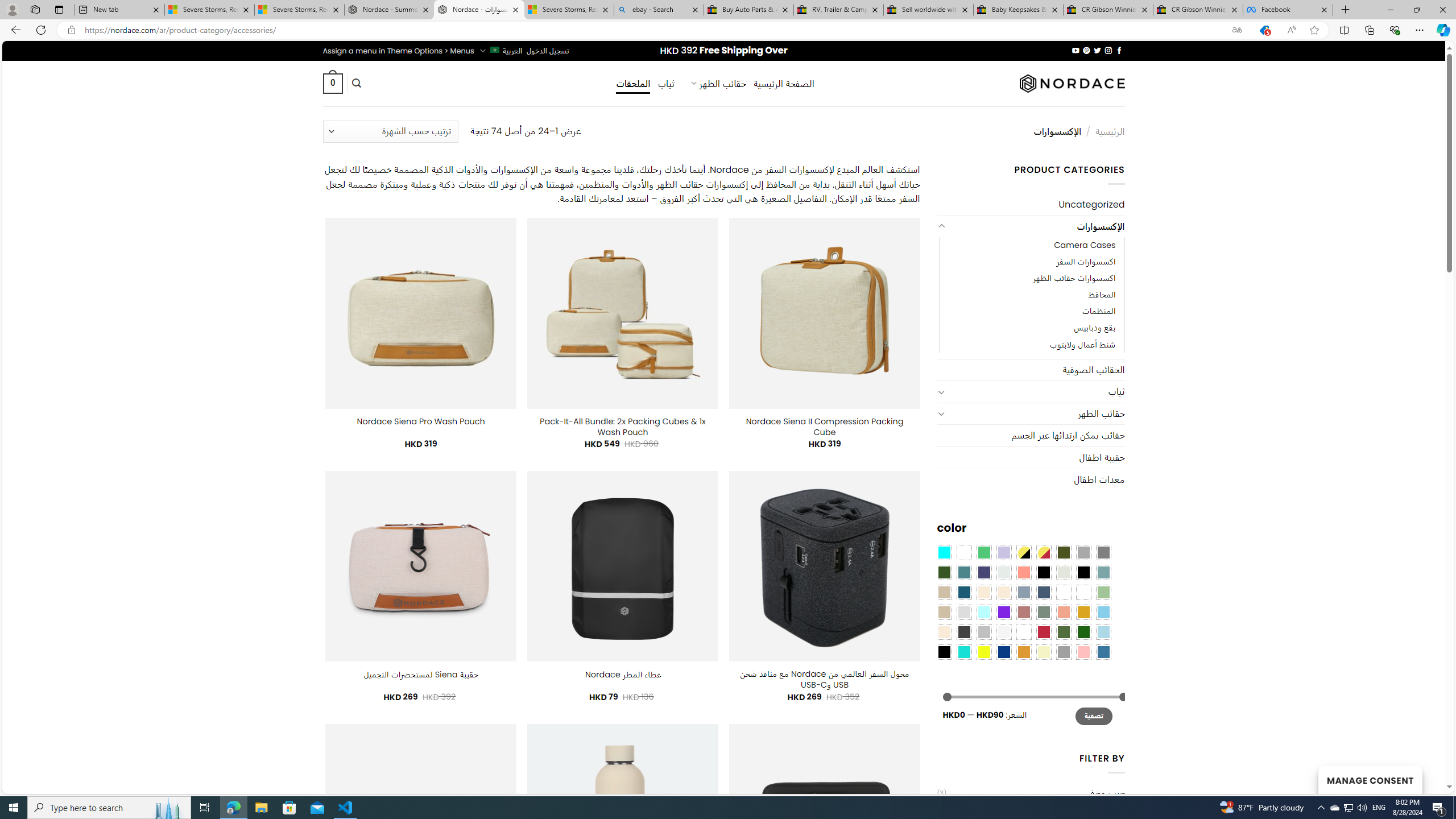 This screenshot has height=819, width=1456. What do you see at coordinates (1108, 50) in the screenshot?
I see `'Follow on Instagram'` at bounding box center [1108, 50].